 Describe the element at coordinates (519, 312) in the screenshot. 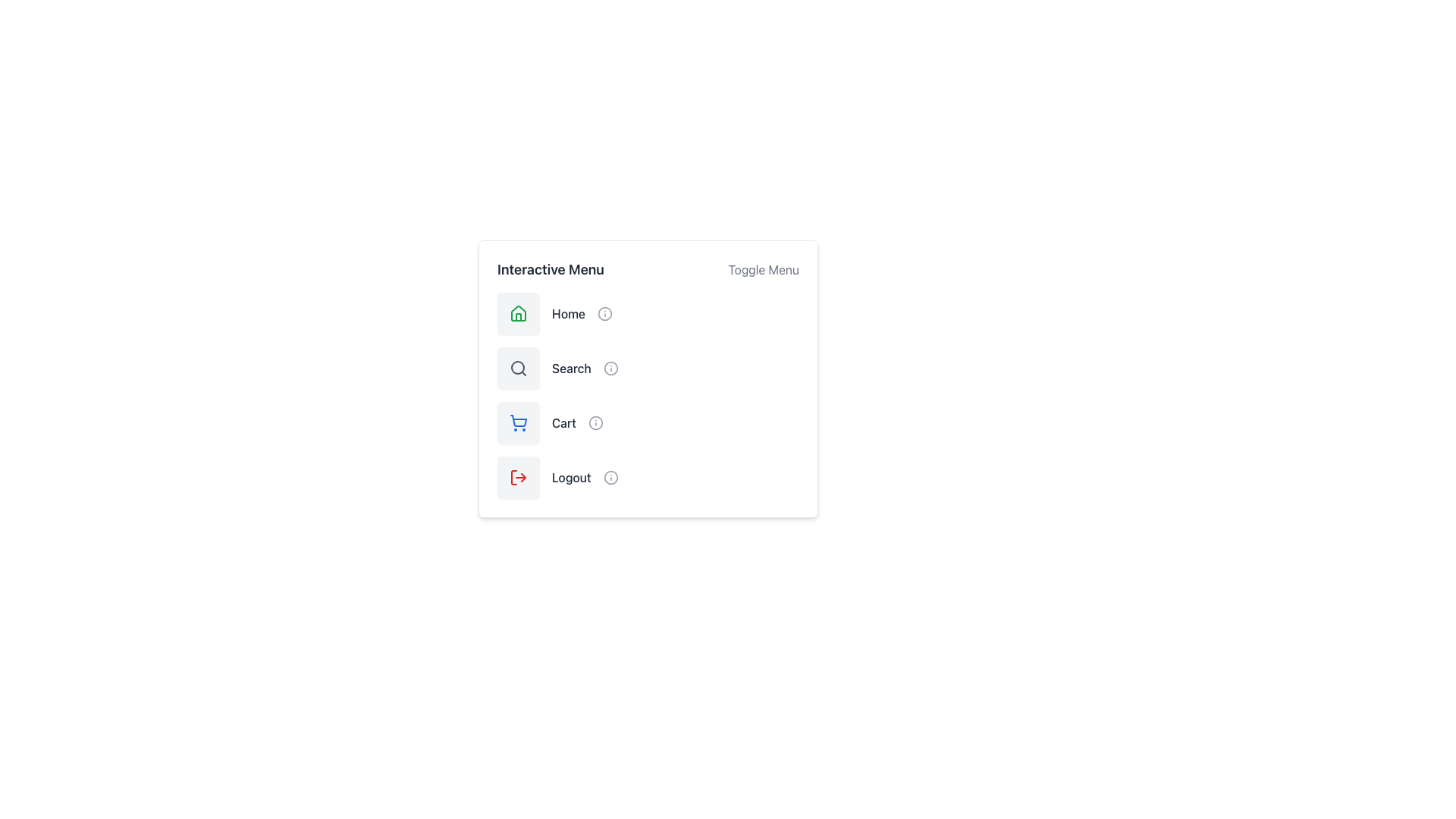

I see `the minimalist house icon with green strokes located in the topmost block of interactive items` at that location.